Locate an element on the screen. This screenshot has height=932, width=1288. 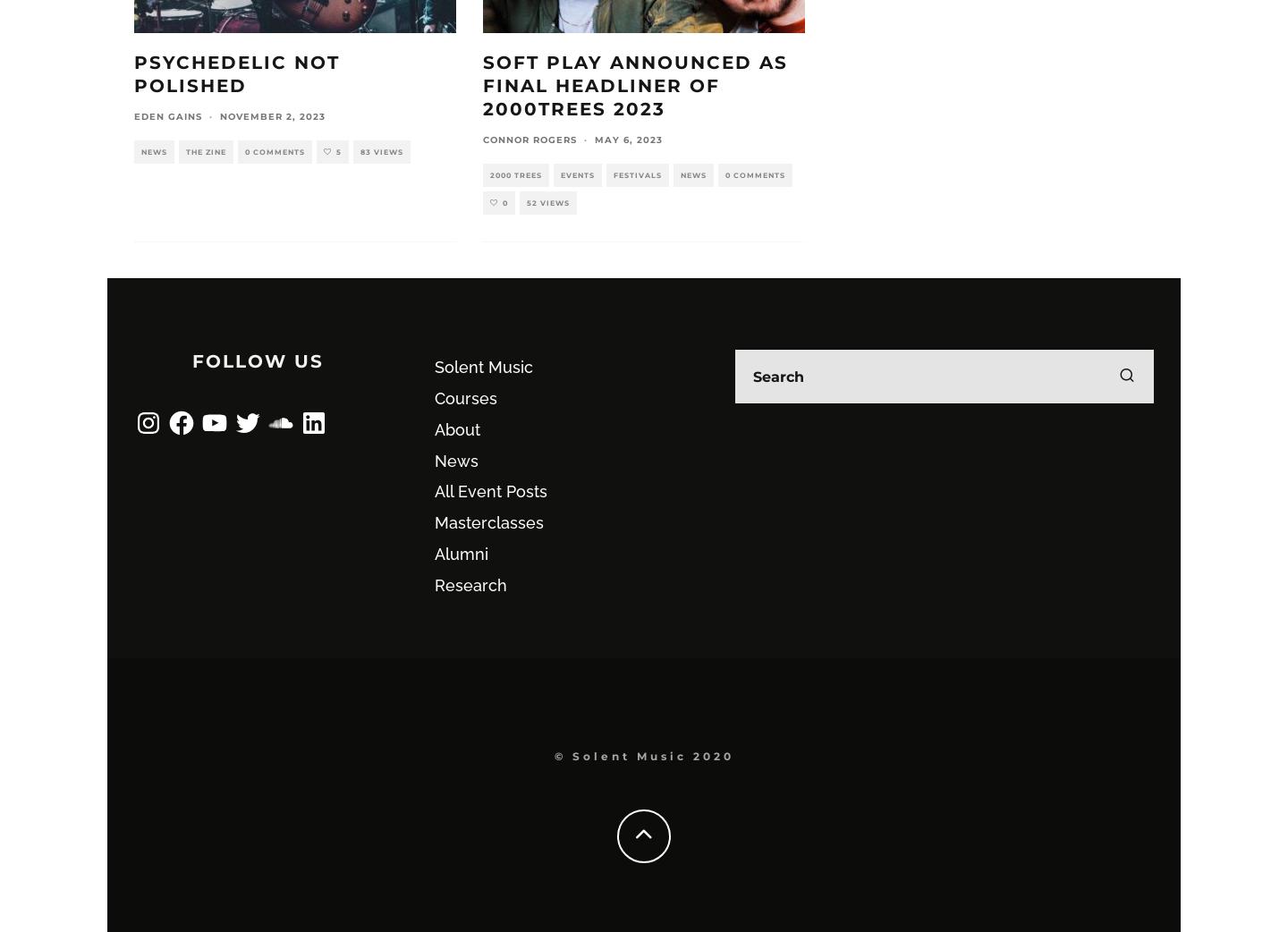
'Eden Gains' is located at coordinates (168, 116).